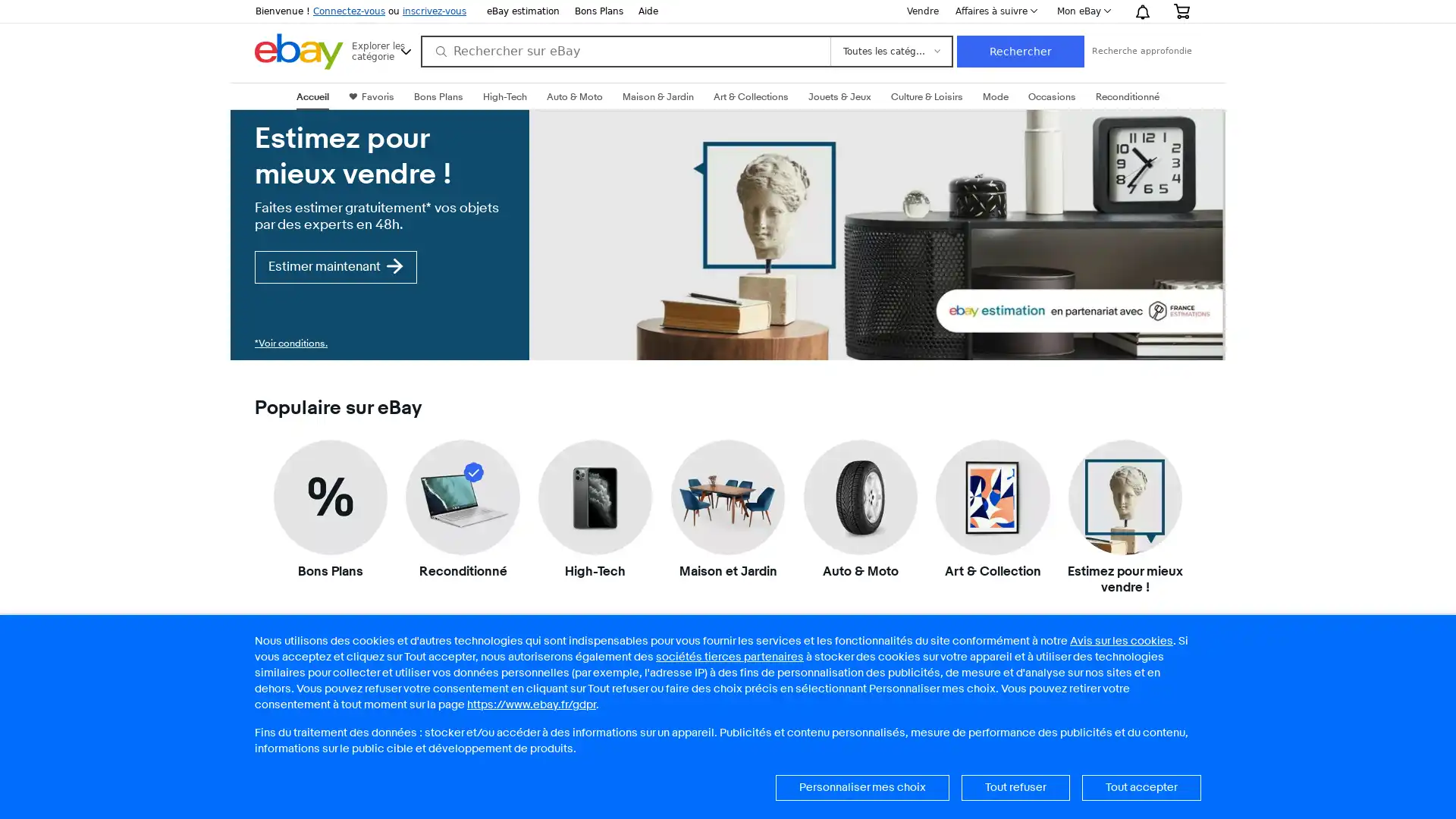  What do you see at coordinates (1141, 786) in the screenshot?
I see `Accepter les conditions et les parametres de confidentialite` at bounding box center [1141, 786].